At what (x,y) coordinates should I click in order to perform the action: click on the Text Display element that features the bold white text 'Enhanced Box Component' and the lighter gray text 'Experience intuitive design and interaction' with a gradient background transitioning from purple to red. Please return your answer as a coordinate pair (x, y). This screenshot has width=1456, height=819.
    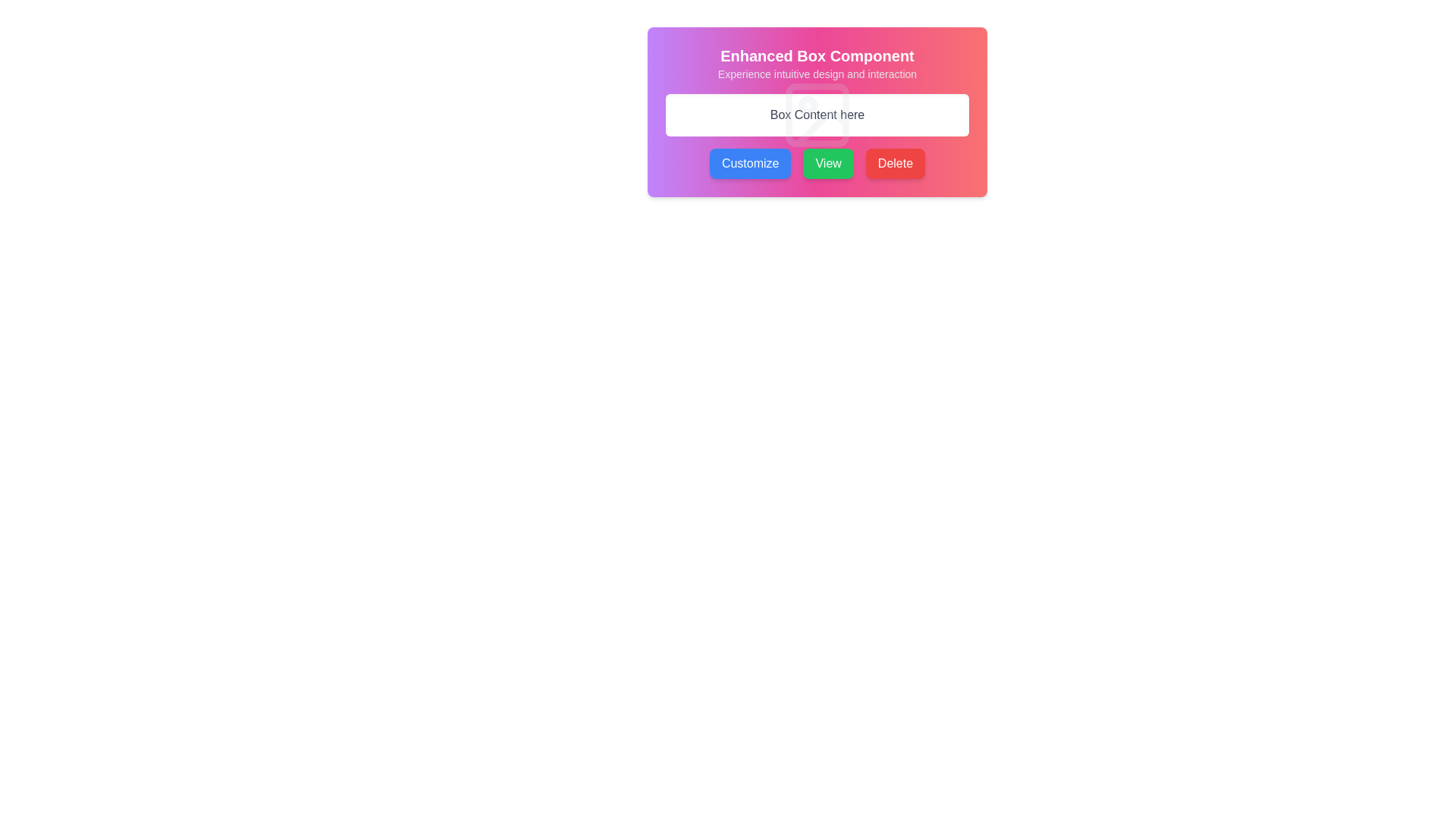
    Looking at the image, I should click on (817, 63).